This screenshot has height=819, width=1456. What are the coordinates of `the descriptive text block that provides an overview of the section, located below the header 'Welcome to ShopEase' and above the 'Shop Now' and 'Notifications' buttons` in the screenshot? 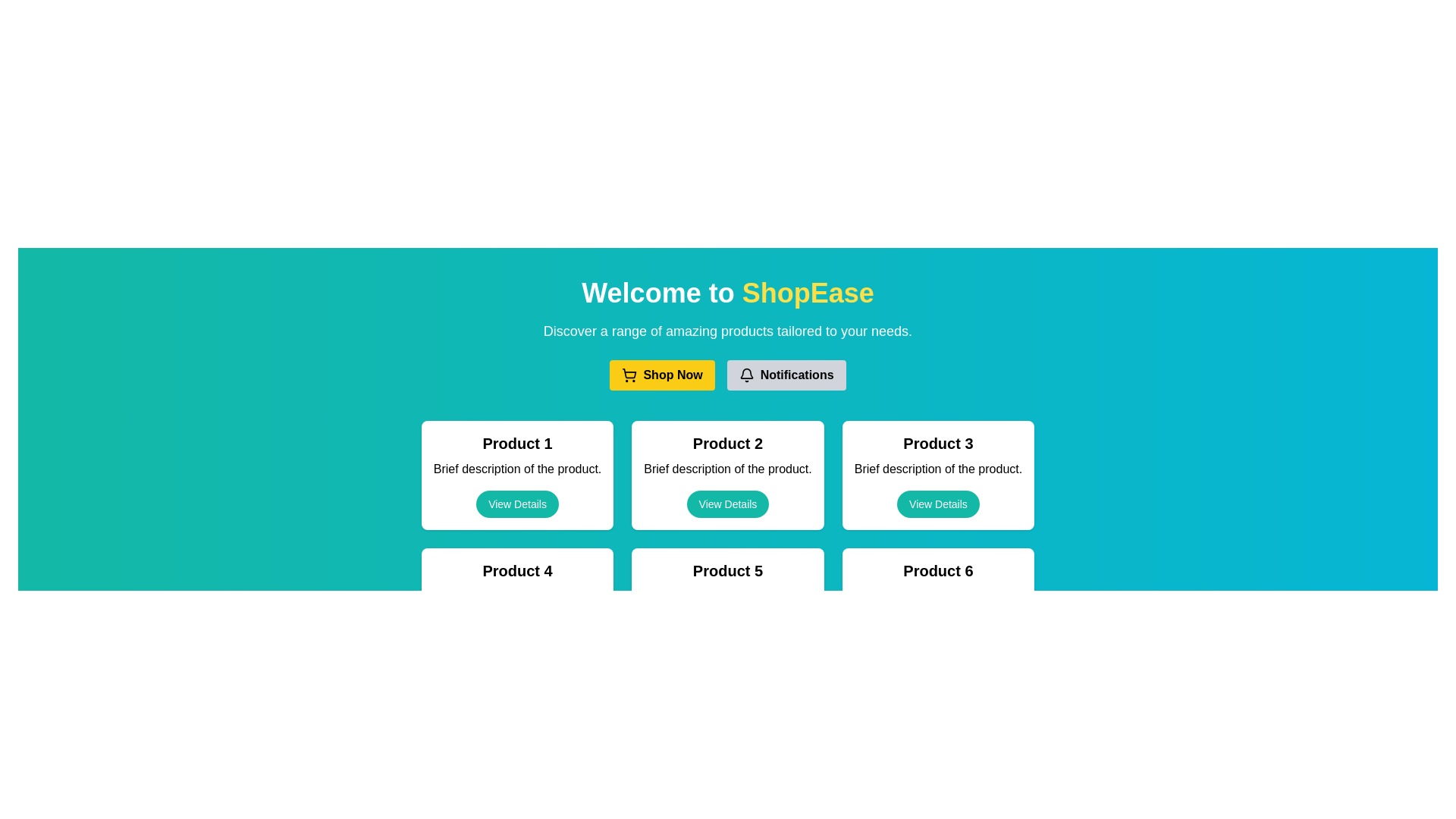 It's located at (728, 330).